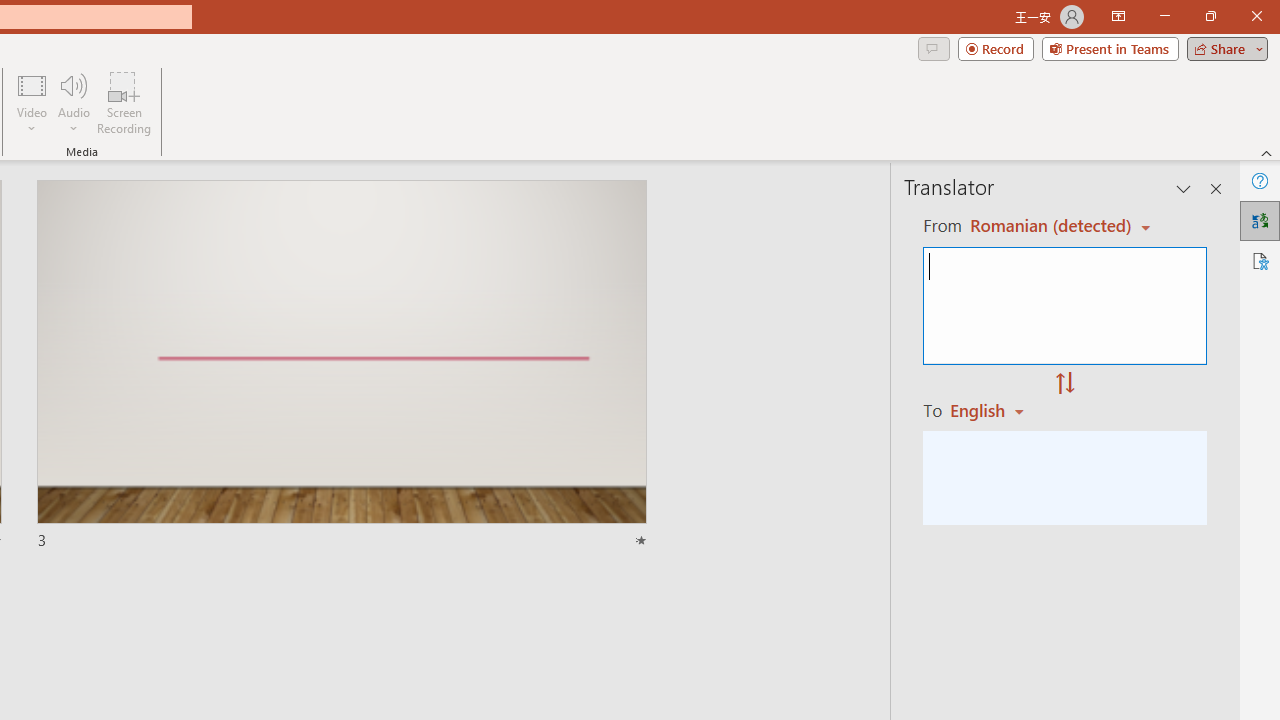 The width and height of the screenshot is (1280, 720). What do you see at coordinates (1209, 16) in the screenshot?
I see `'Restore Down'` at bounding box center [1209, 16].